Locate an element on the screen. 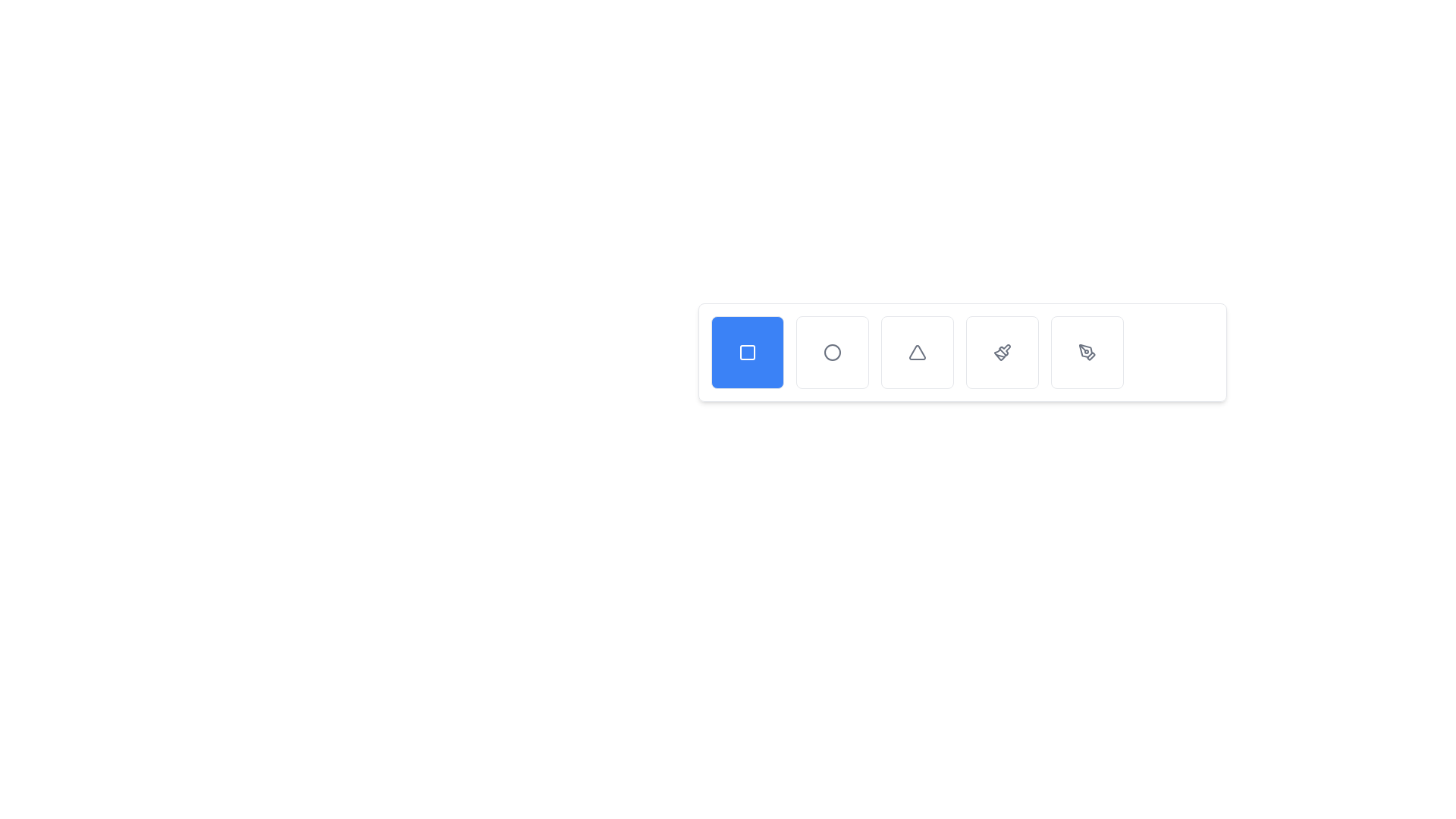 The height and width of the screenshot is (819, 1456). the paintbrush icon button located in the fourth position of the toolbar at the bottom of the interface is located at coordinates (1002, 353).